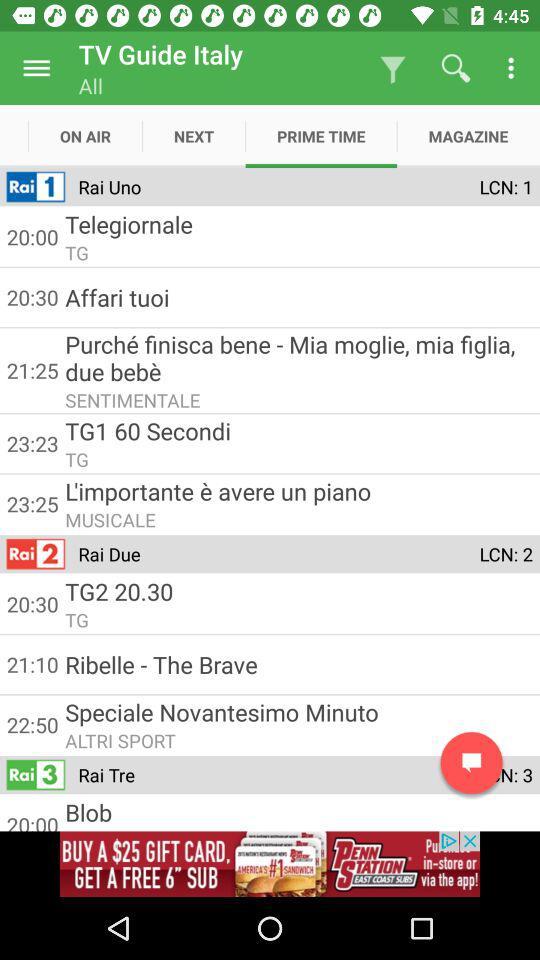  Describe the element at coordinates (270, 863) in the screenshot. I see `visit advertiser website` at that location.